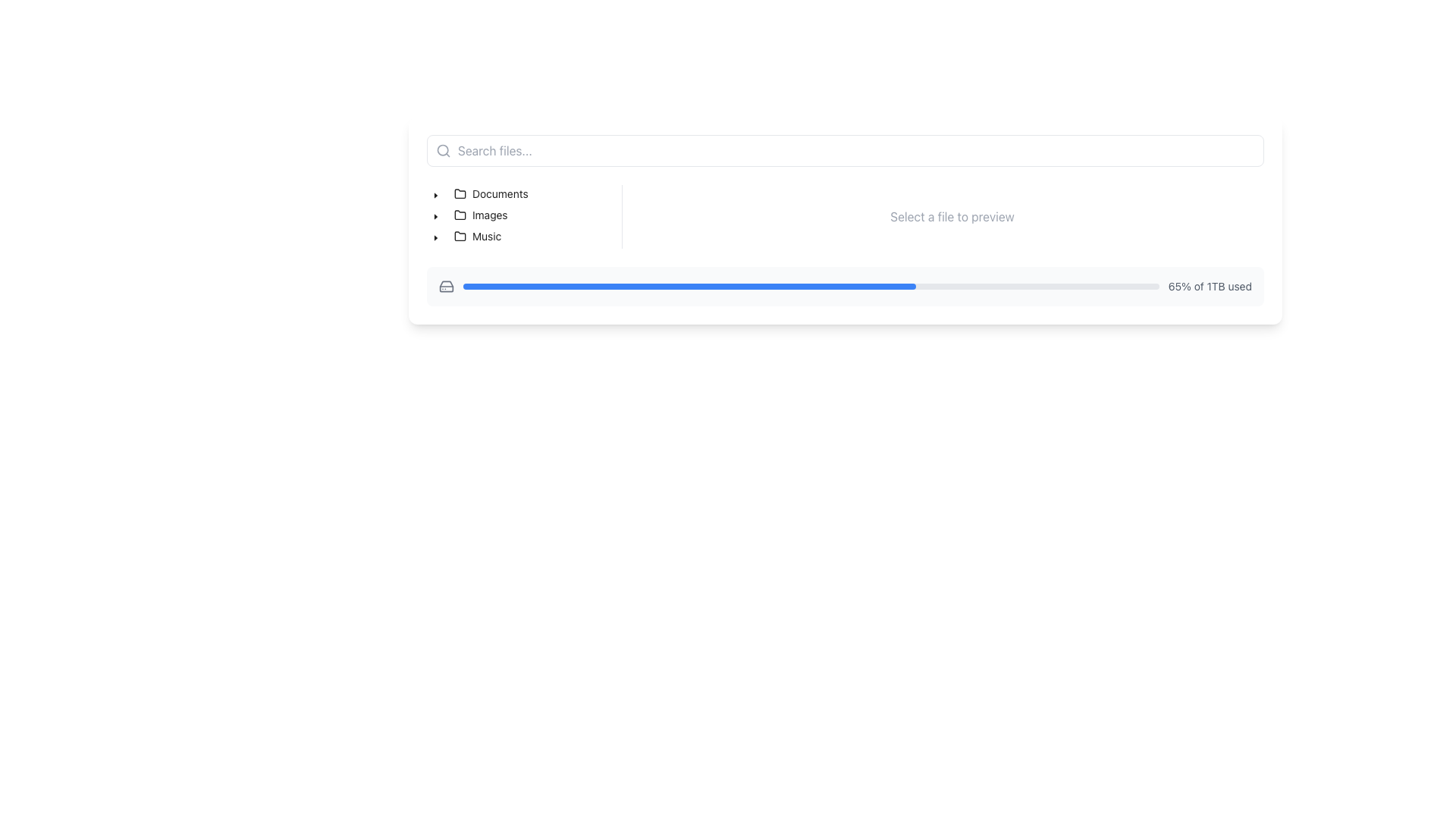  Describe the element at coordinates (466, 237) in the screenshot. I see `the 'Music' folder item in the file explorer tree structure` at that location.